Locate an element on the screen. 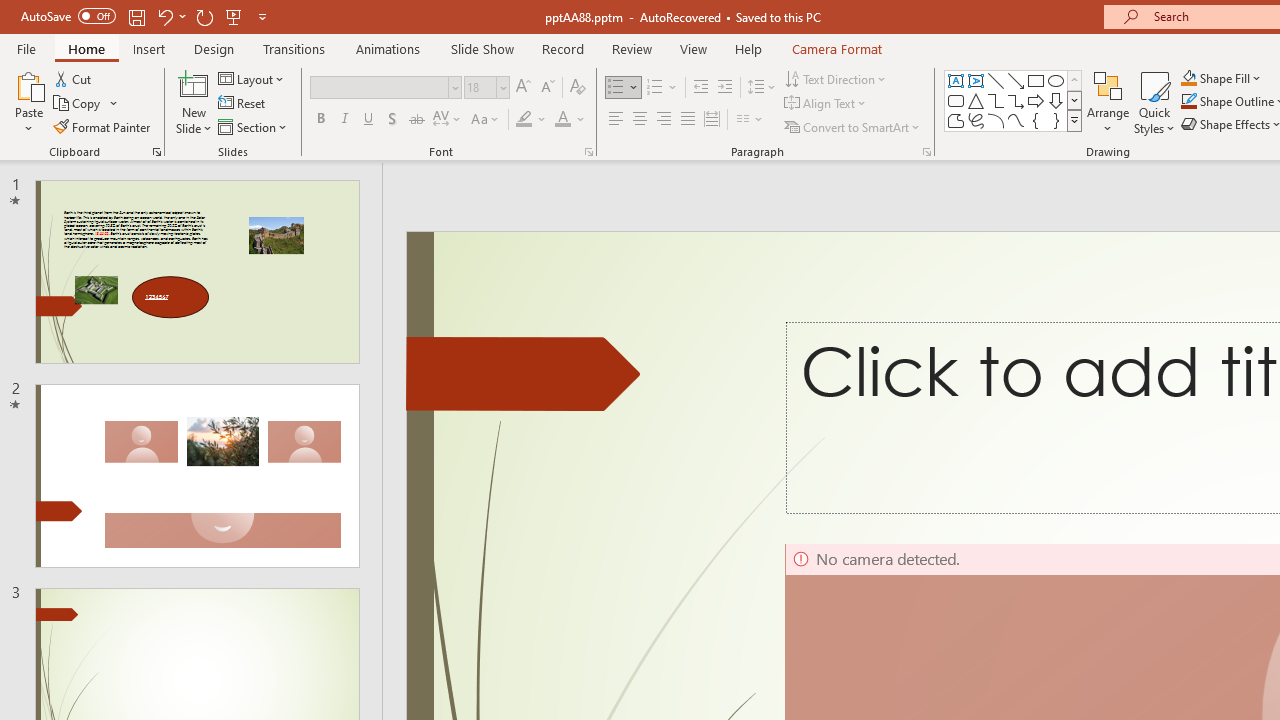  'Animations' is located at coordinates (388, 48).